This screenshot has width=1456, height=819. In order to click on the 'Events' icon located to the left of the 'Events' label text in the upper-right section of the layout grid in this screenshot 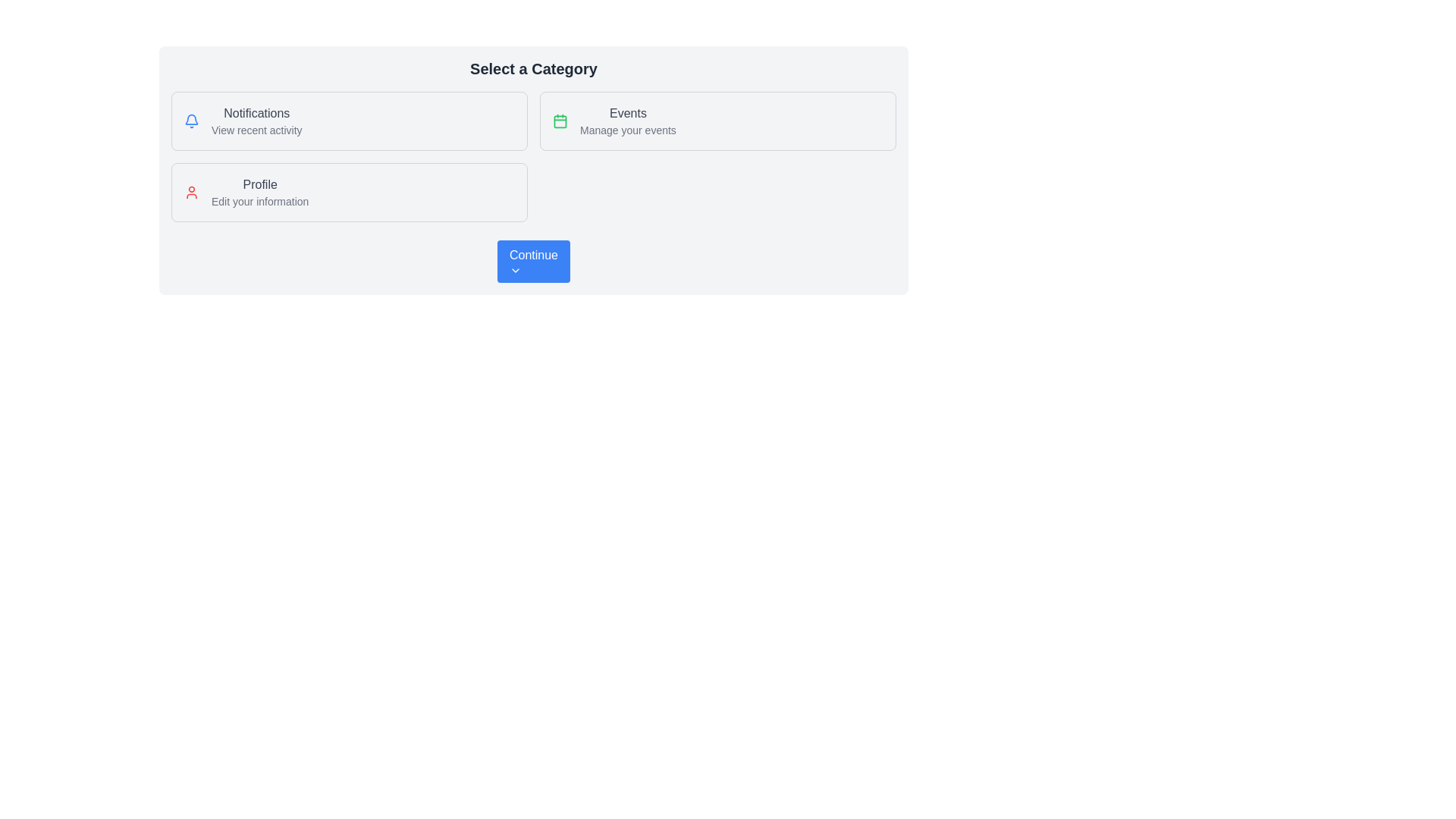, I will do `click(560, 120)`.